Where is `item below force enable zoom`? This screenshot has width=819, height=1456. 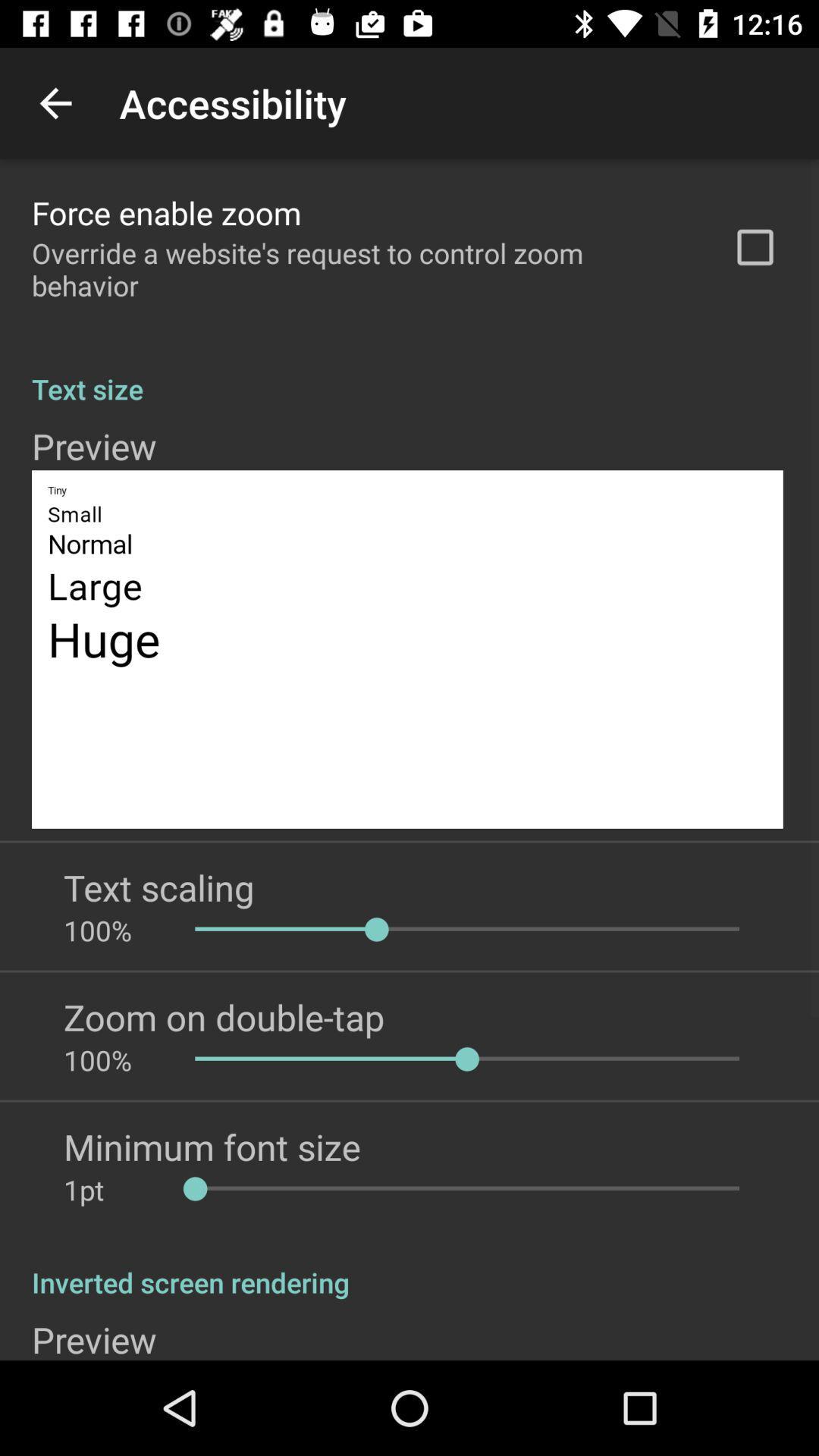
item below force enable zoom is located at coordinates (362, 269).